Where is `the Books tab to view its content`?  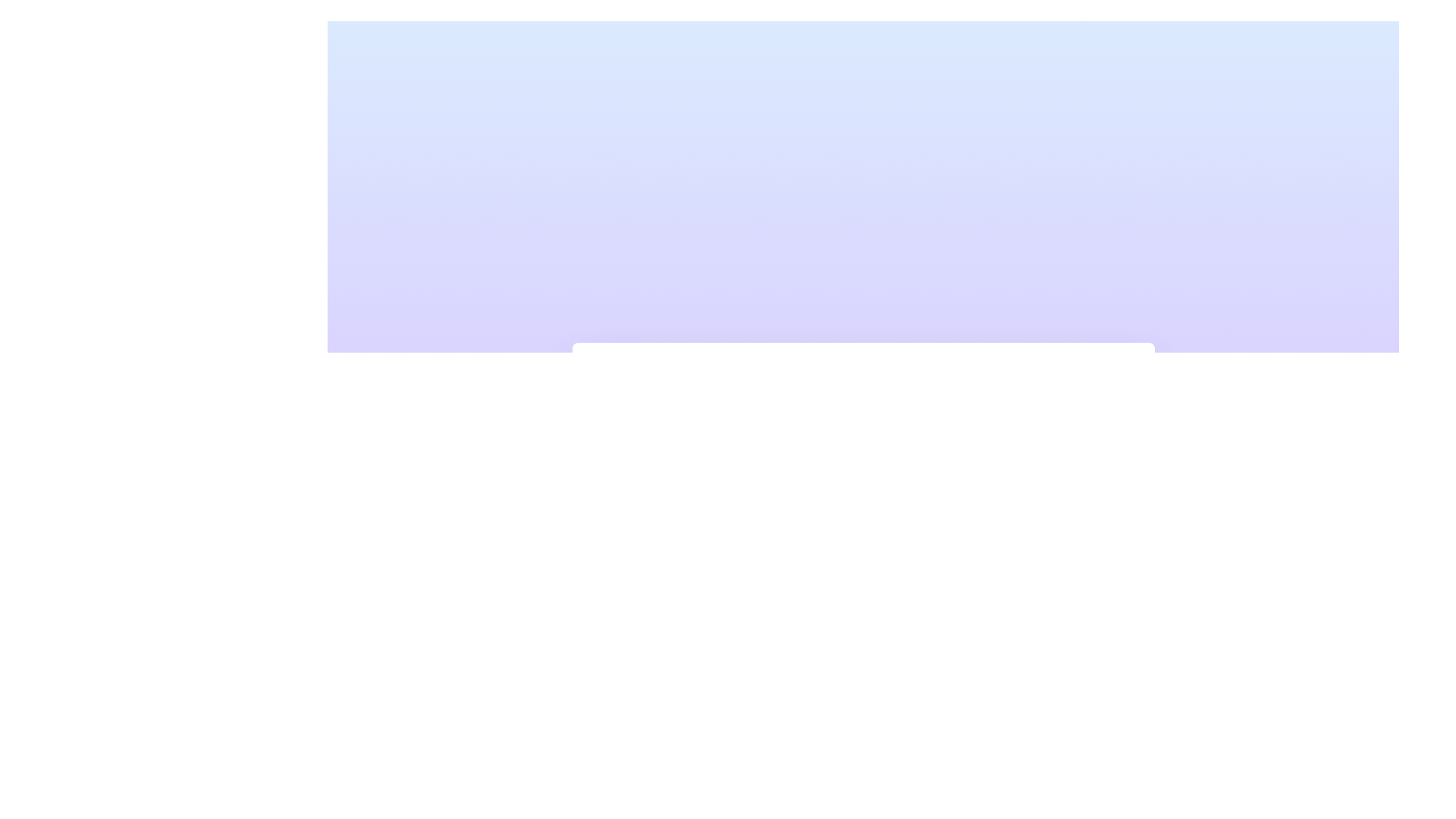
the Books tab to view its content is located at coordinates (679, 422).